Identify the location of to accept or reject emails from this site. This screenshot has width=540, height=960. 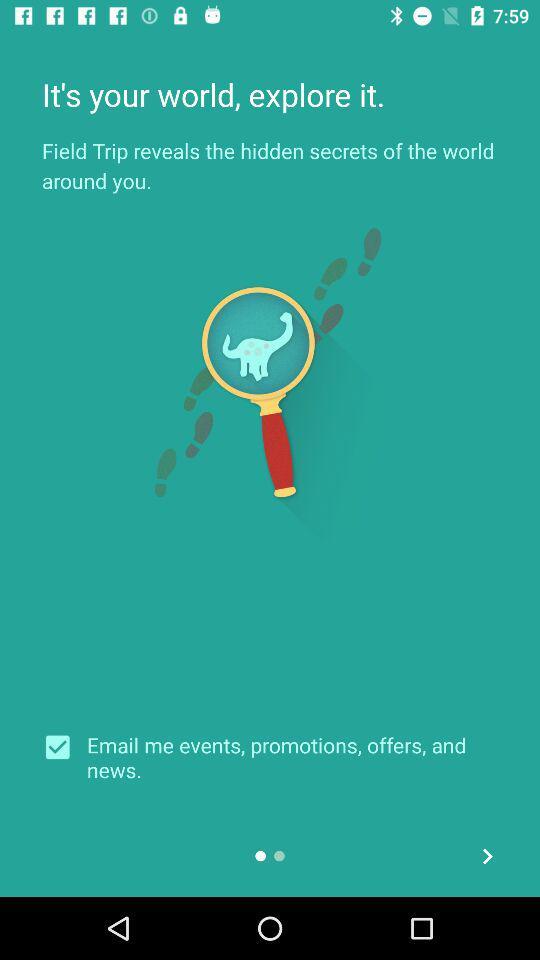
(64, 746).